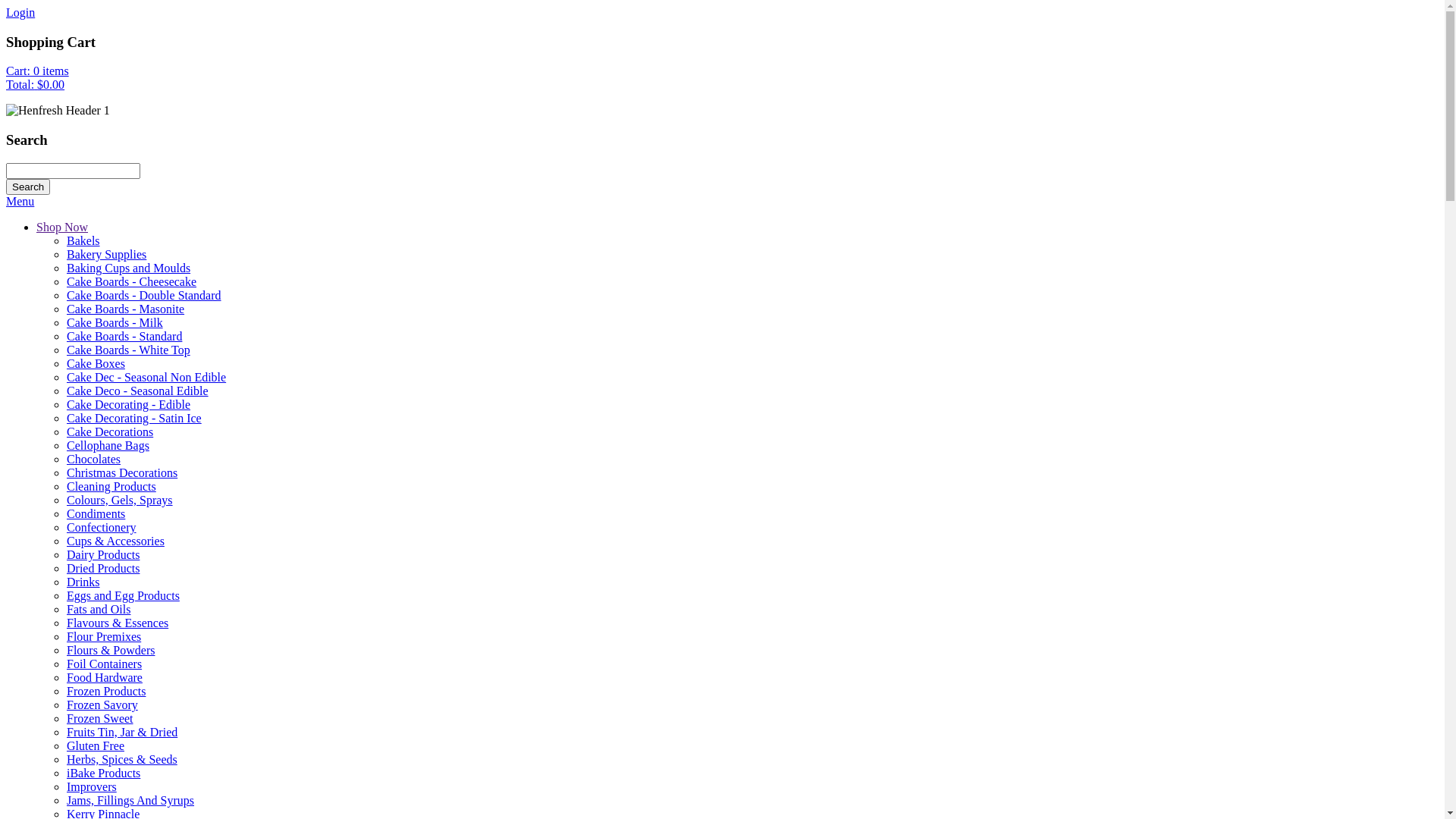 This screenshot has height=819, width=1456. What do you see at coordinates (83, 581) in the screenshot?
I see `'Drinks'` at bounding box center [83, 581].